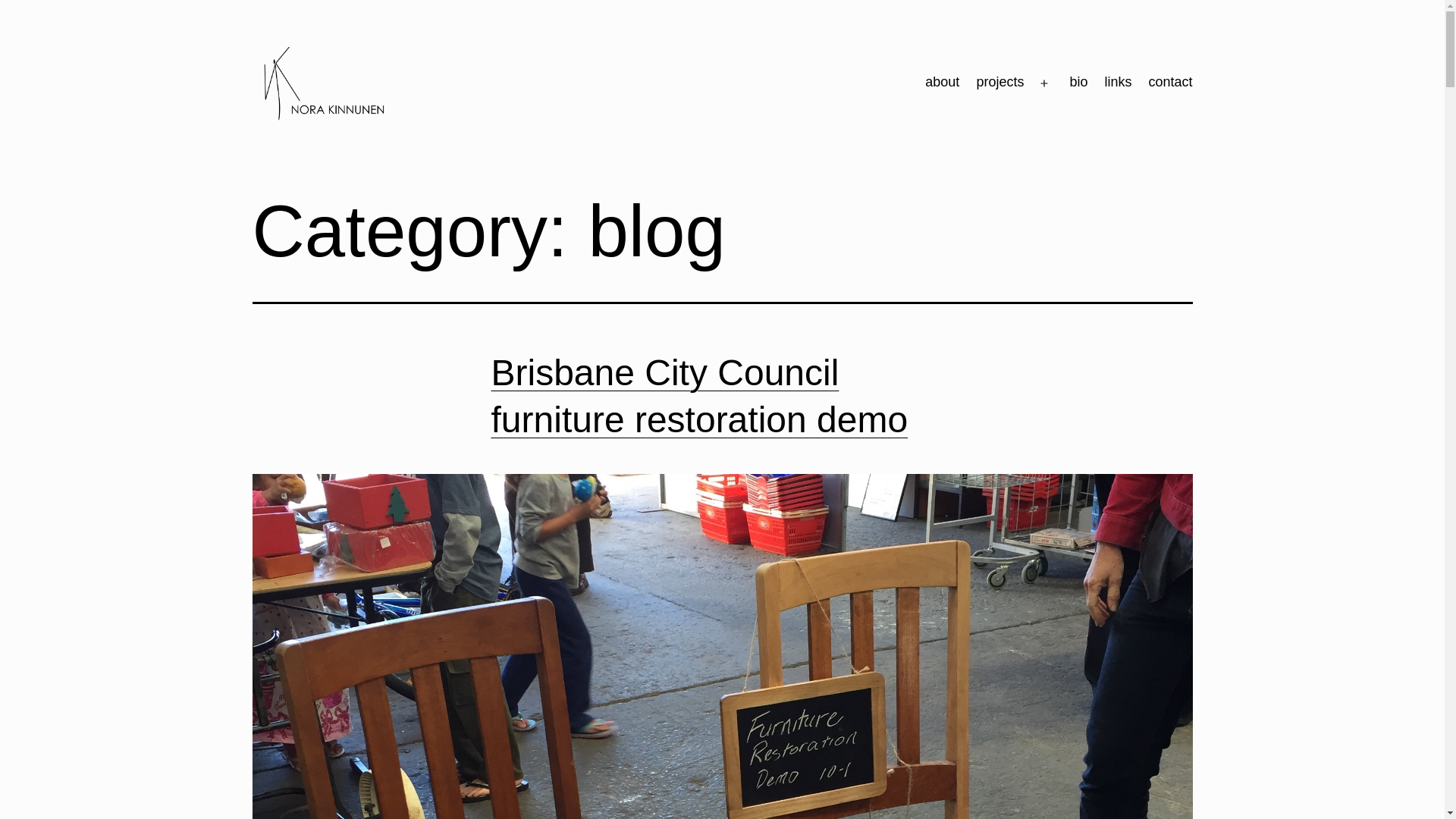 Image resolution: width=1456 pixels, height=819 pixels. I want to click on 'bio', so click(1077, 83).